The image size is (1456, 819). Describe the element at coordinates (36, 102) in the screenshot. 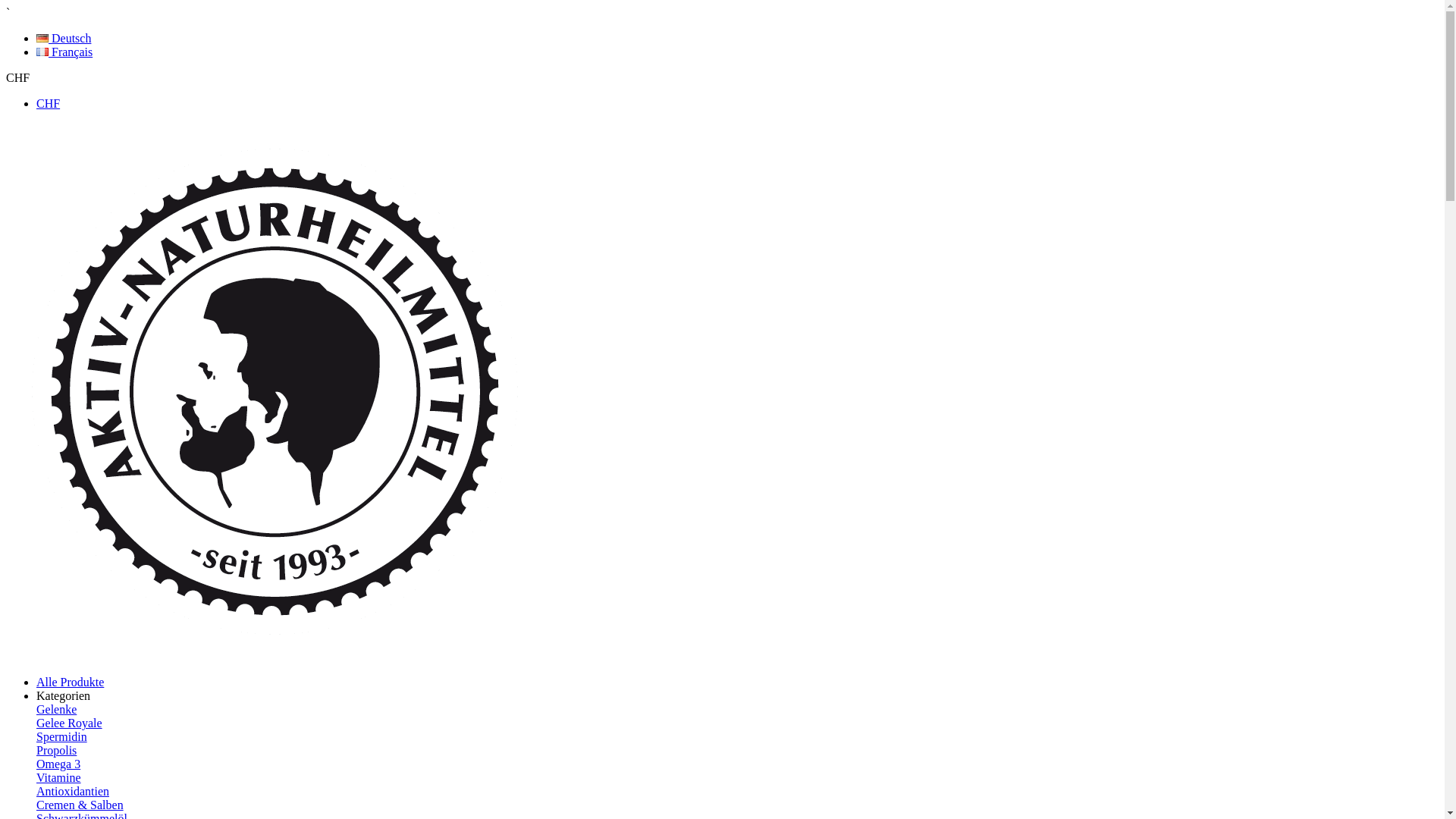

I see `'CHF'` at that location.